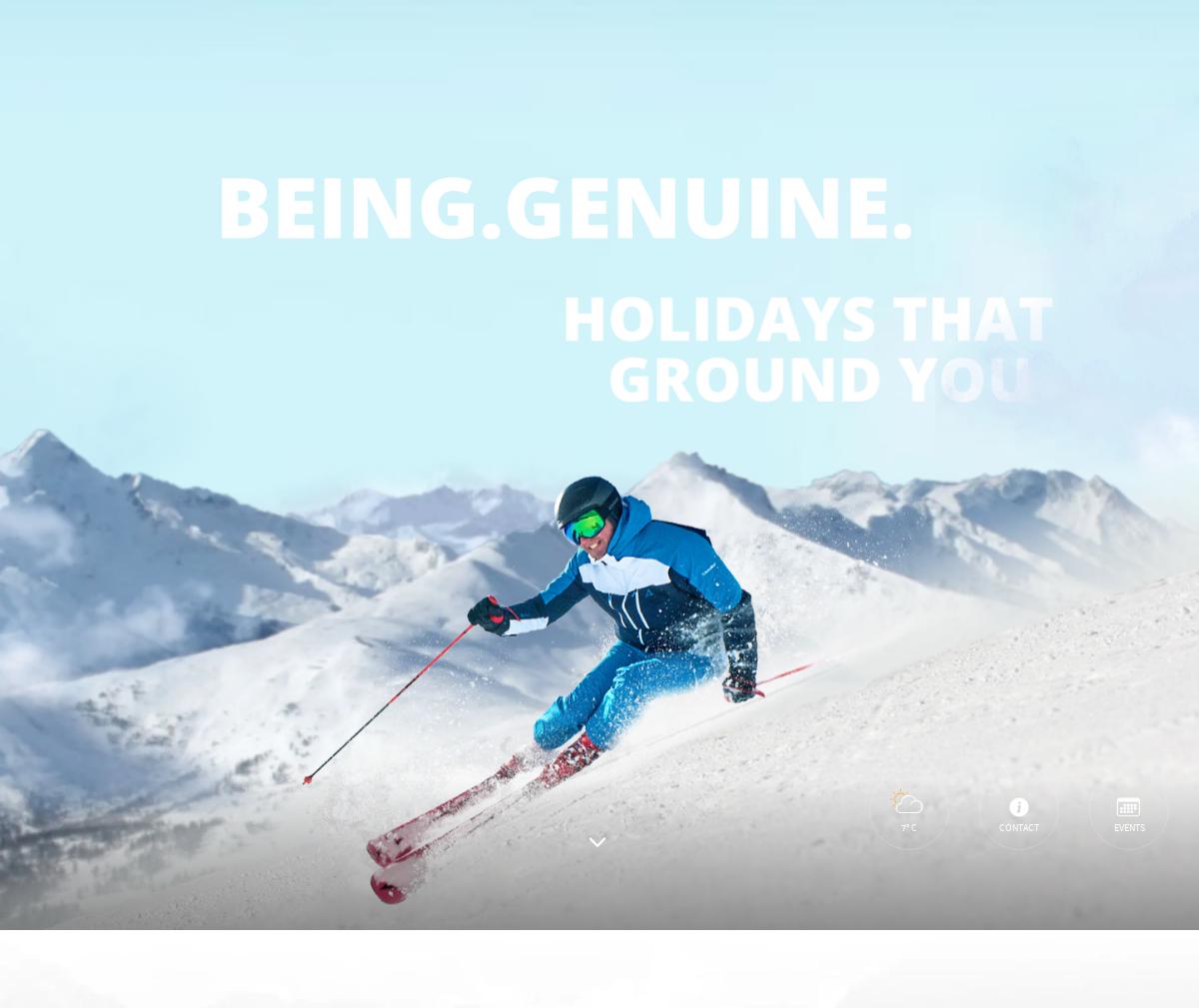 This screenshot has width=1199, height=1008. I want to click on 'privacy policy', so click(464, 775).